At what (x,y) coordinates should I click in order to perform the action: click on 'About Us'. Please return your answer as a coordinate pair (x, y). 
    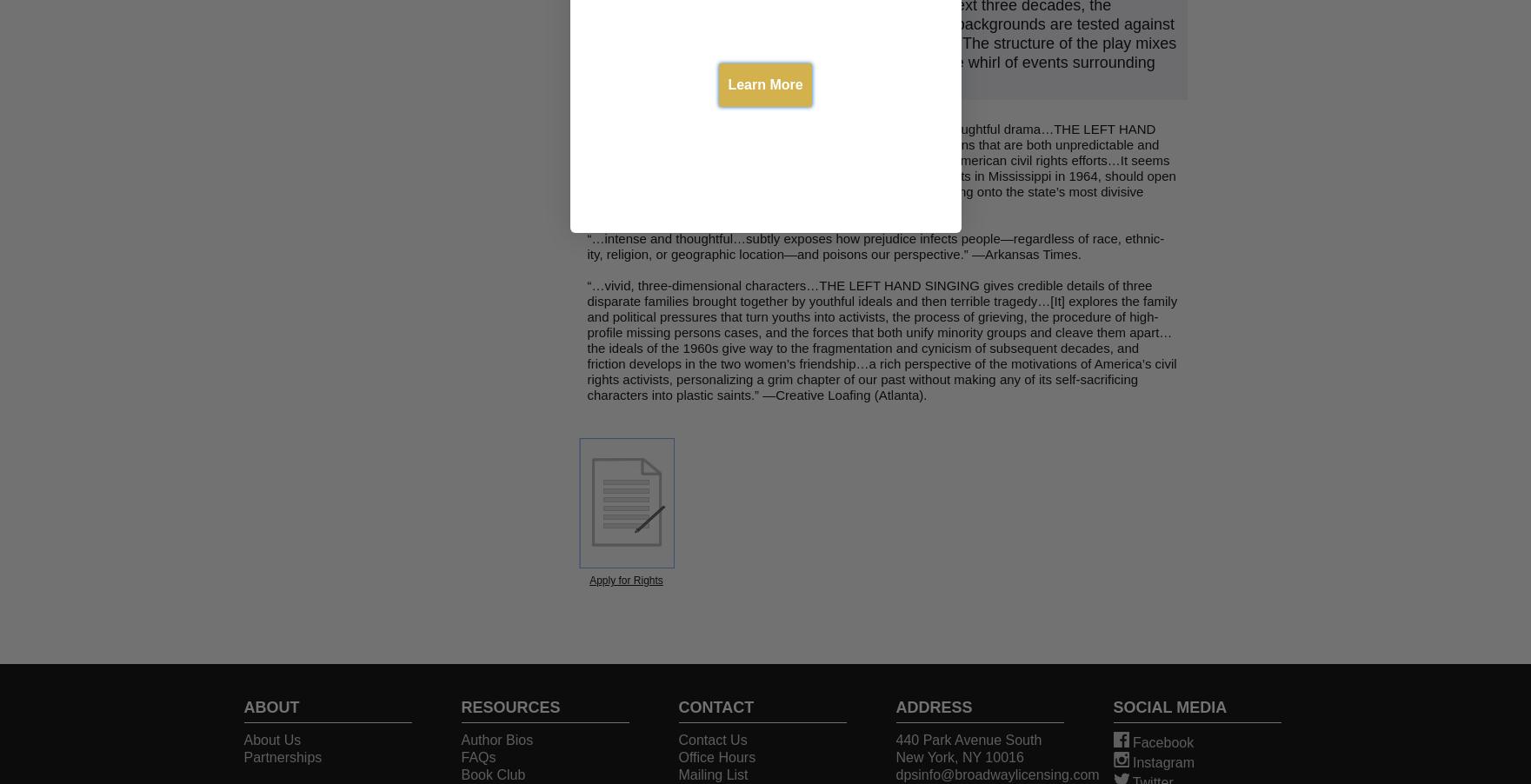
    Looking at the image, I should click on (243, 740).